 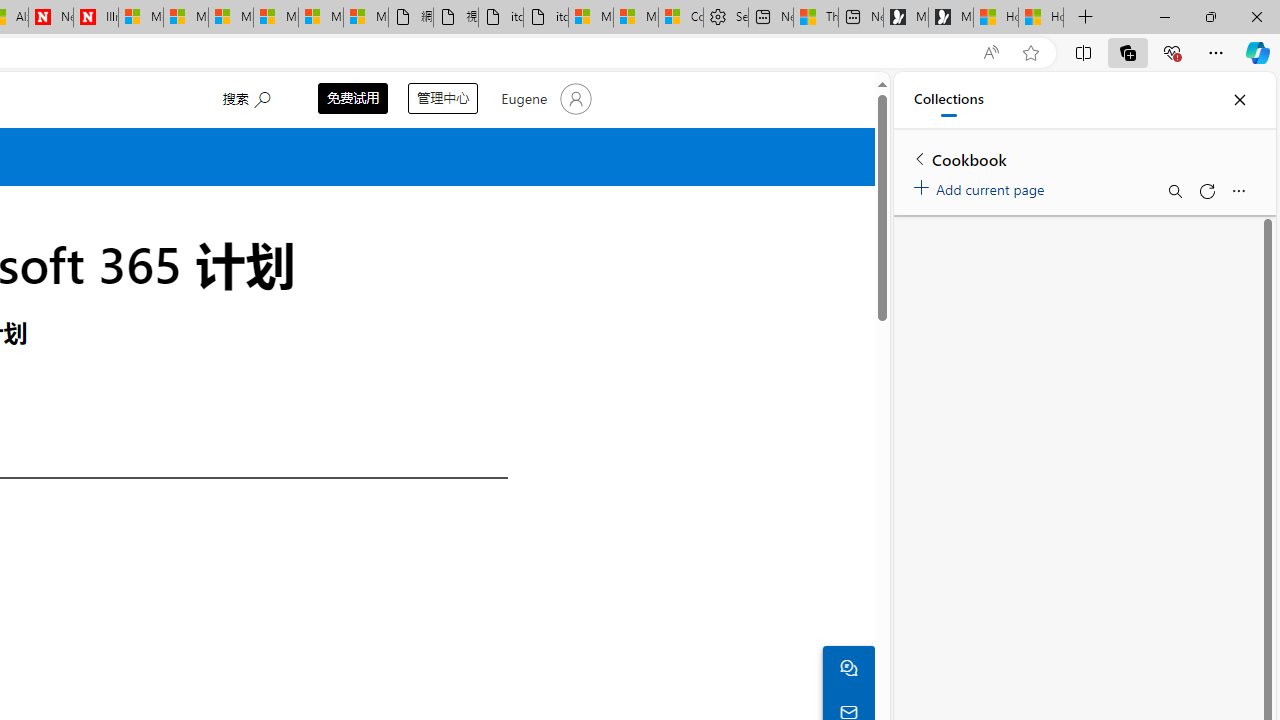 I want to click on 'How to Use a TV as a Computer Monitor', so click(x=1040, y=17).